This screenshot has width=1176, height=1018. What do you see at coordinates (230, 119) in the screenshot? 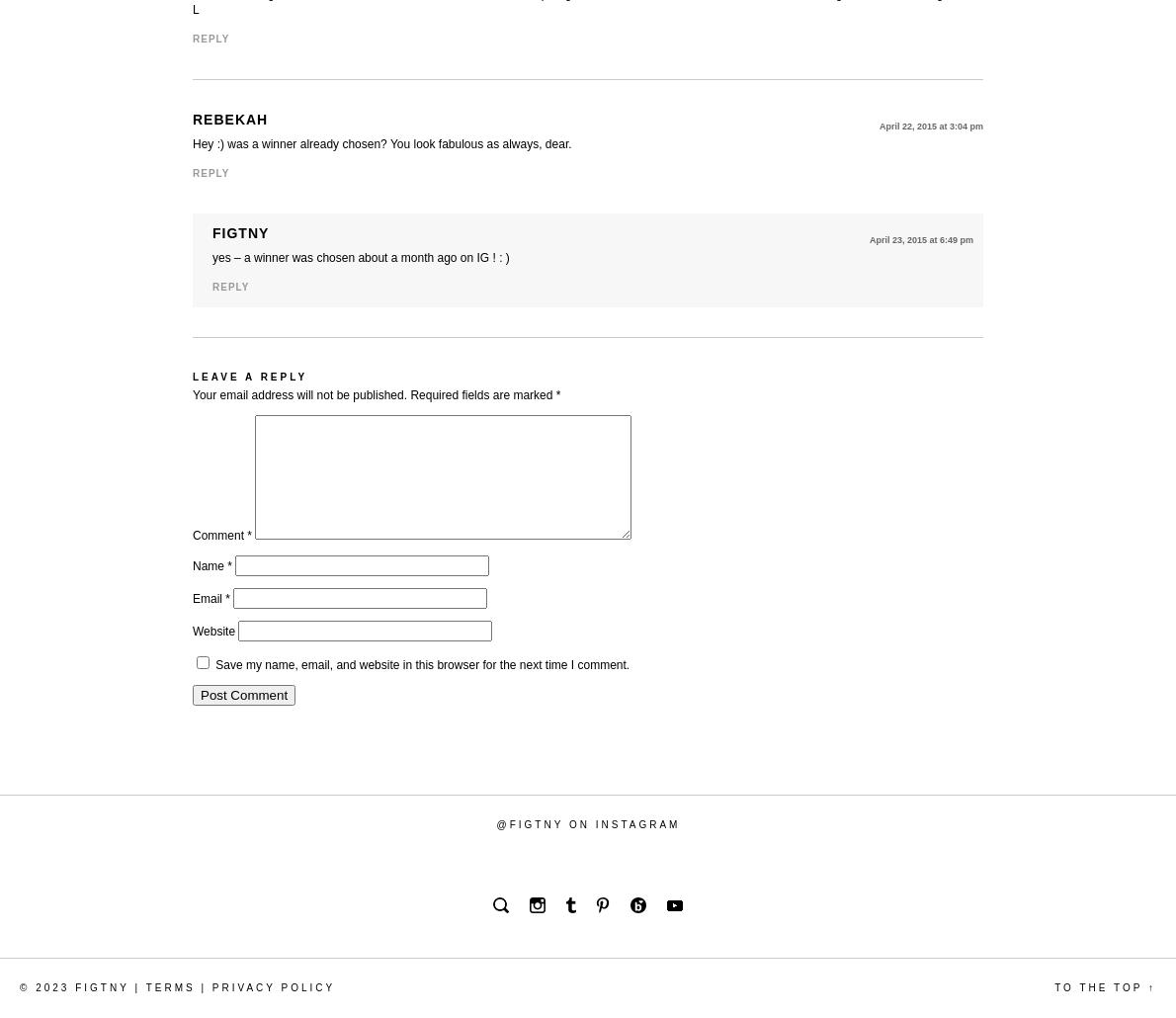
I see `'Rebekah'` at bounding box center [230, 119].